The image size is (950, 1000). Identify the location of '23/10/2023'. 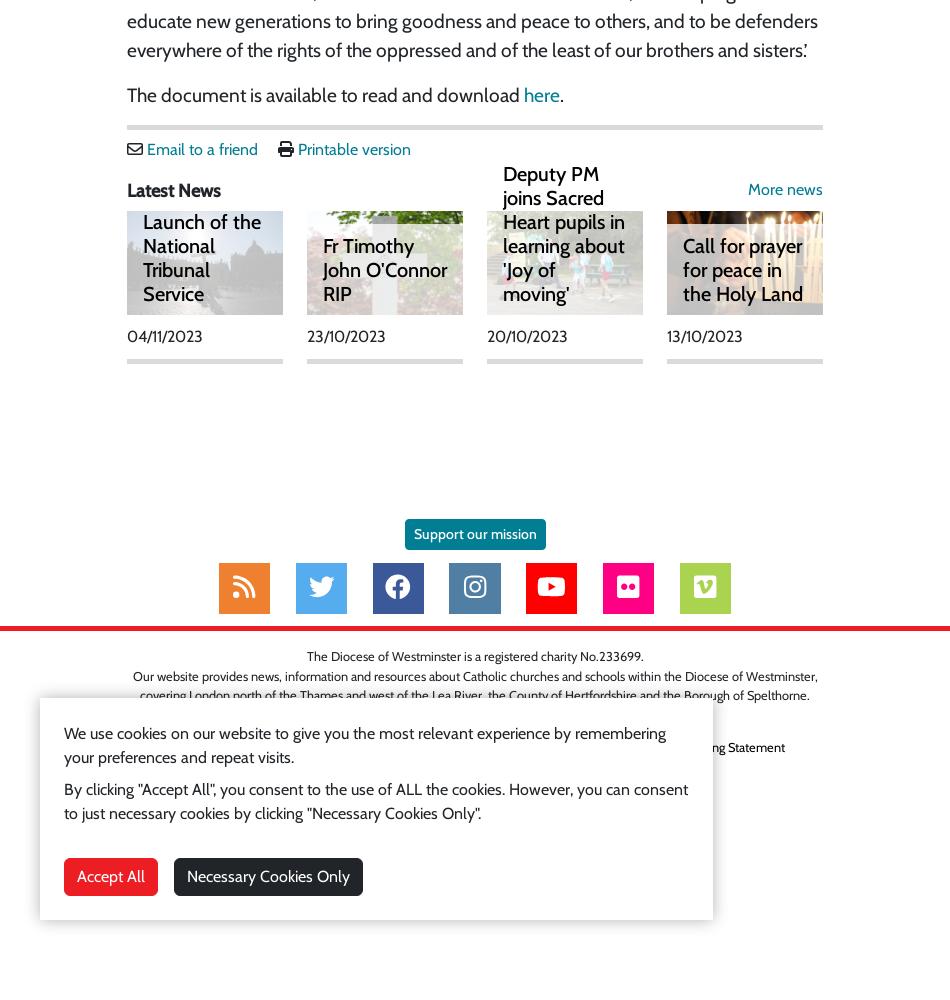
(345, 334).